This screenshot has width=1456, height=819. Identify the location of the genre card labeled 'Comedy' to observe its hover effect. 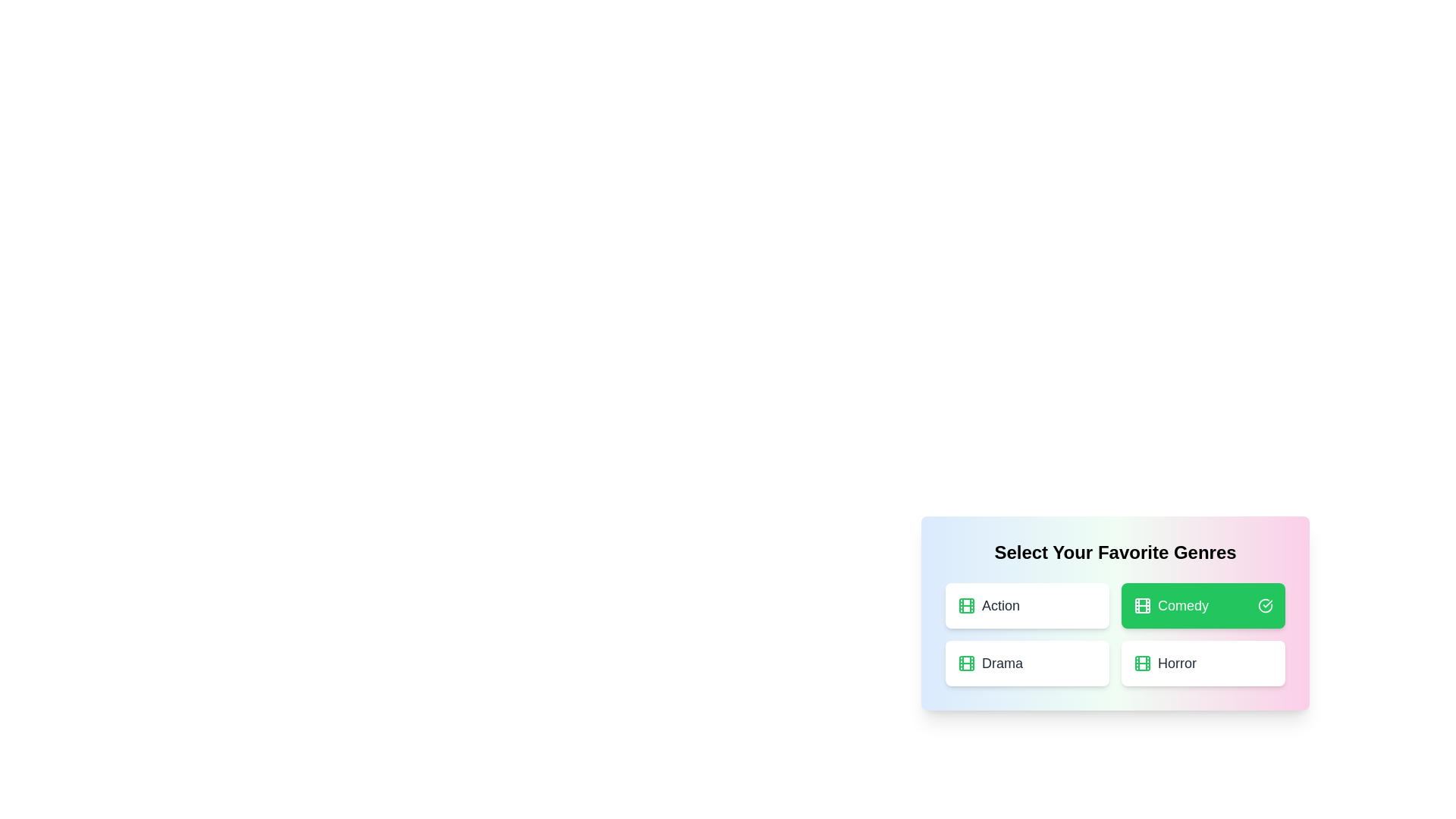
(1203, 604).